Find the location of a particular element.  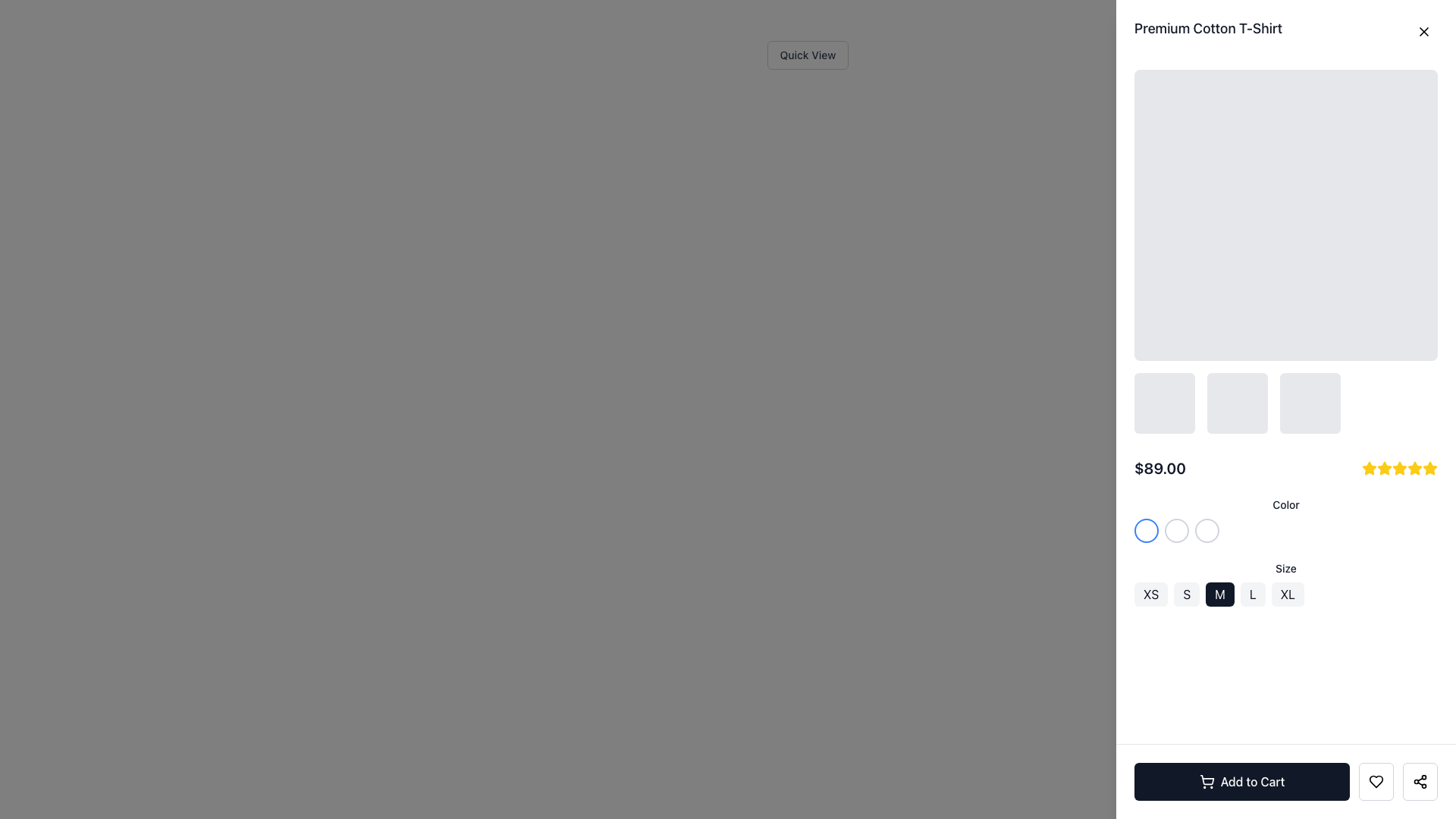

the fourth yellow star icon in the horizontal row of five stars, located slightly above and to the right of the product's price in the product details section is located at coordinates (1399, 467).